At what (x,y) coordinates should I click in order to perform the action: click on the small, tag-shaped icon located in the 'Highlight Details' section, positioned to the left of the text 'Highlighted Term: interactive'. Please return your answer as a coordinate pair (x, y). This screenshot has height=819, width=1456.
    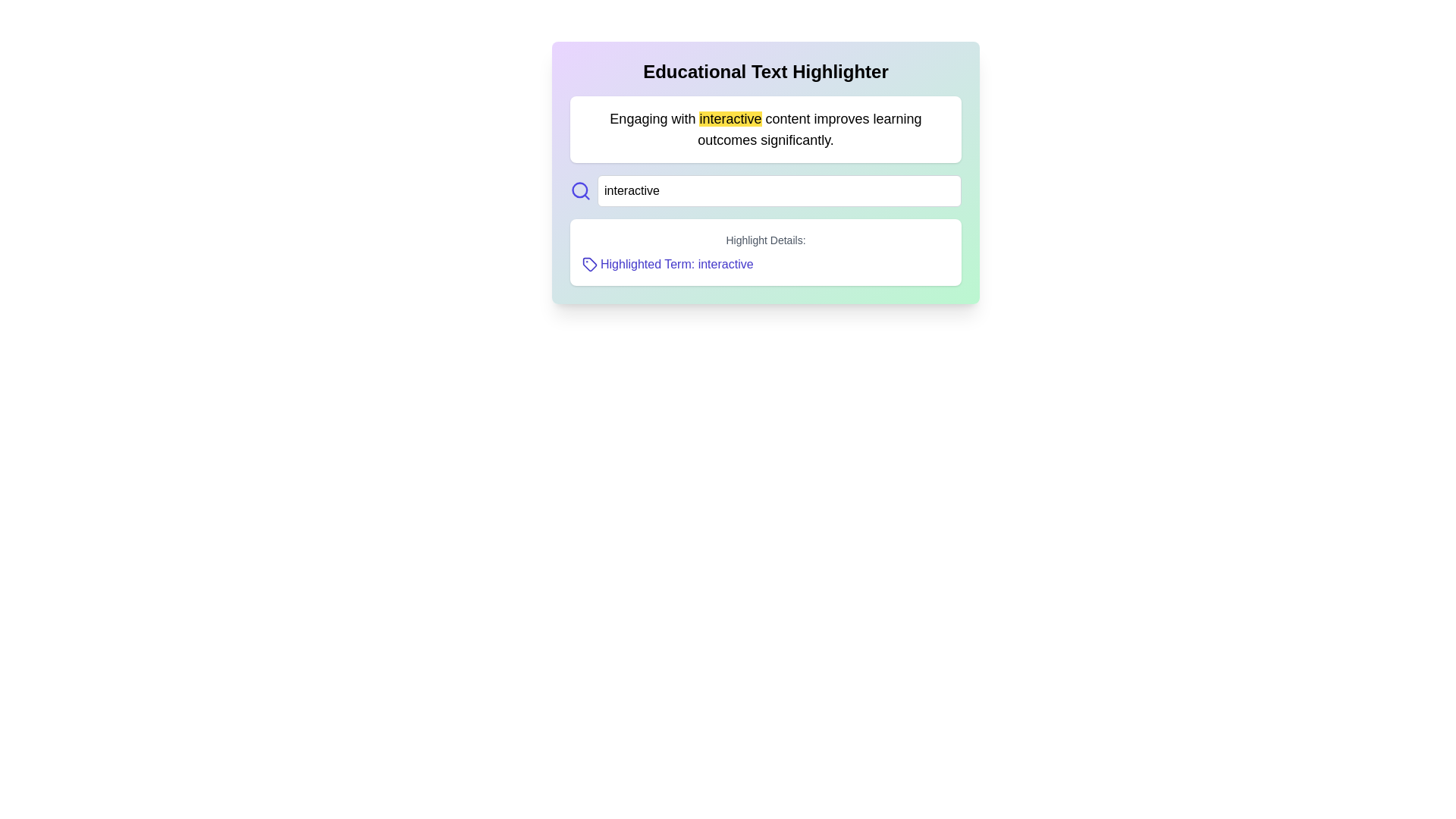
    Looking at the image, I should click on (588, 263).